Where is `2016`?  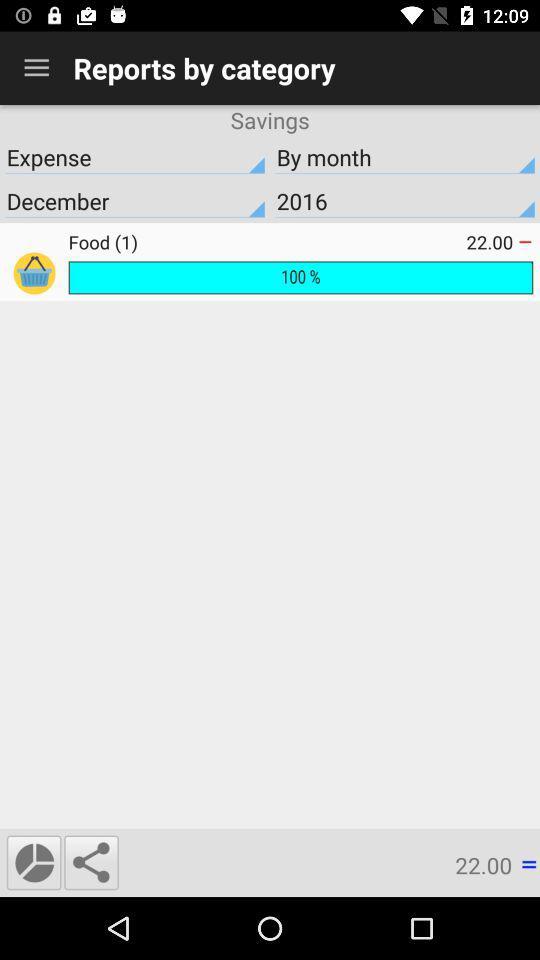 2016 is located at coordinates (405, 201).